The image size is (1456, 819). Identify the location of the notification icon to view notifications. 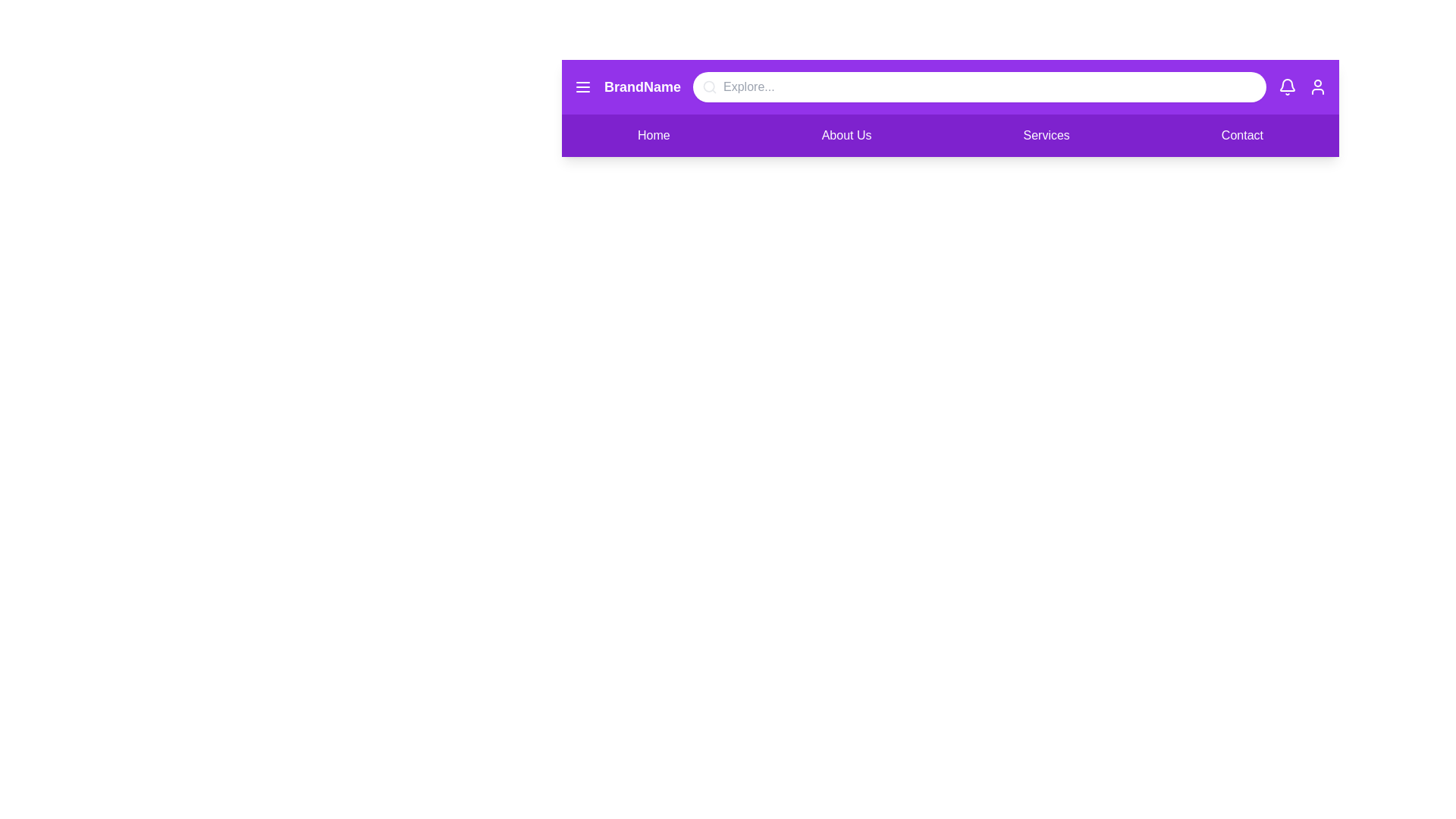
(1287, 87).